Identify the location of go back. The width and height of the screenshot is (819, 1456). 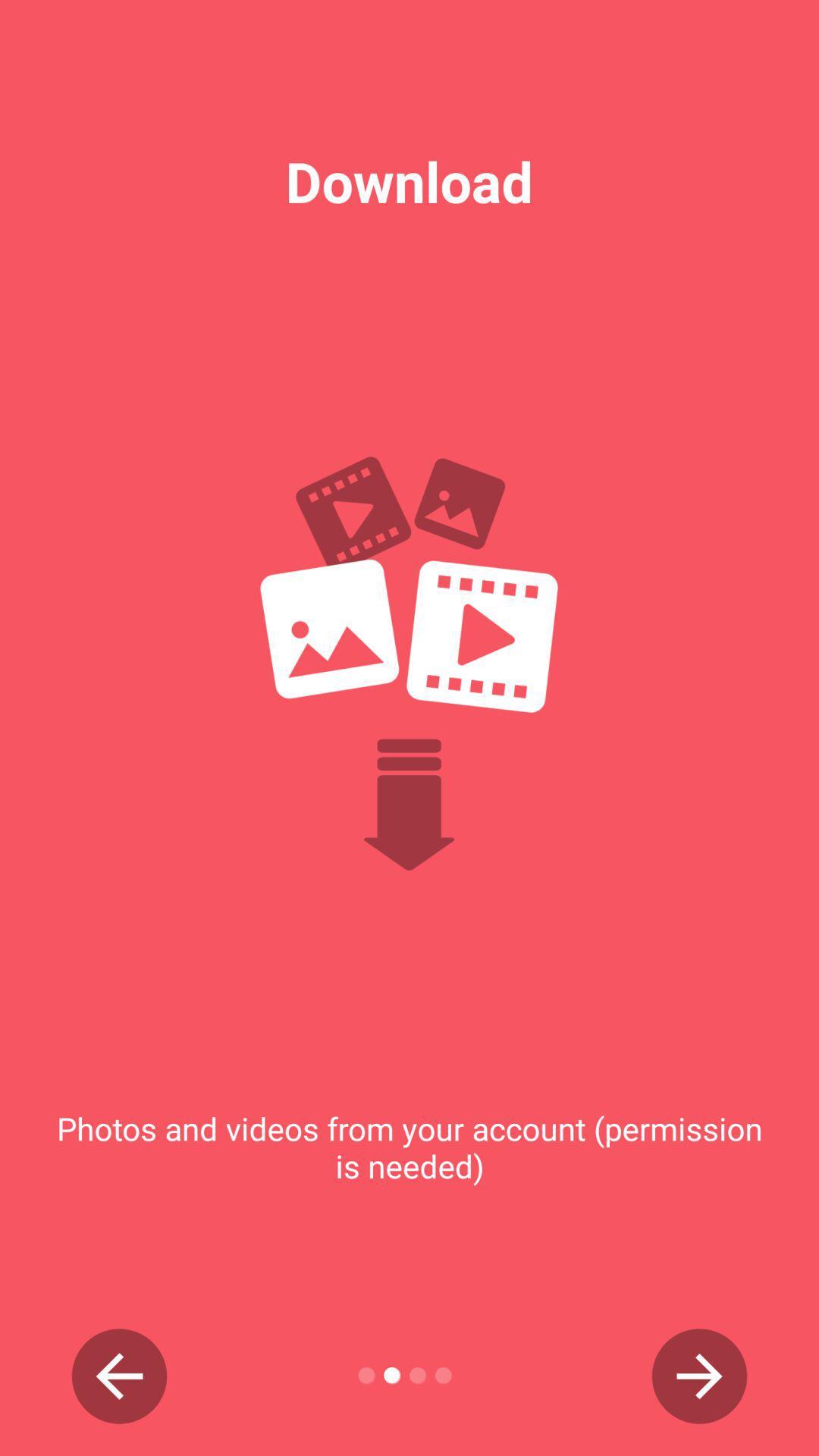
(118, 1376).